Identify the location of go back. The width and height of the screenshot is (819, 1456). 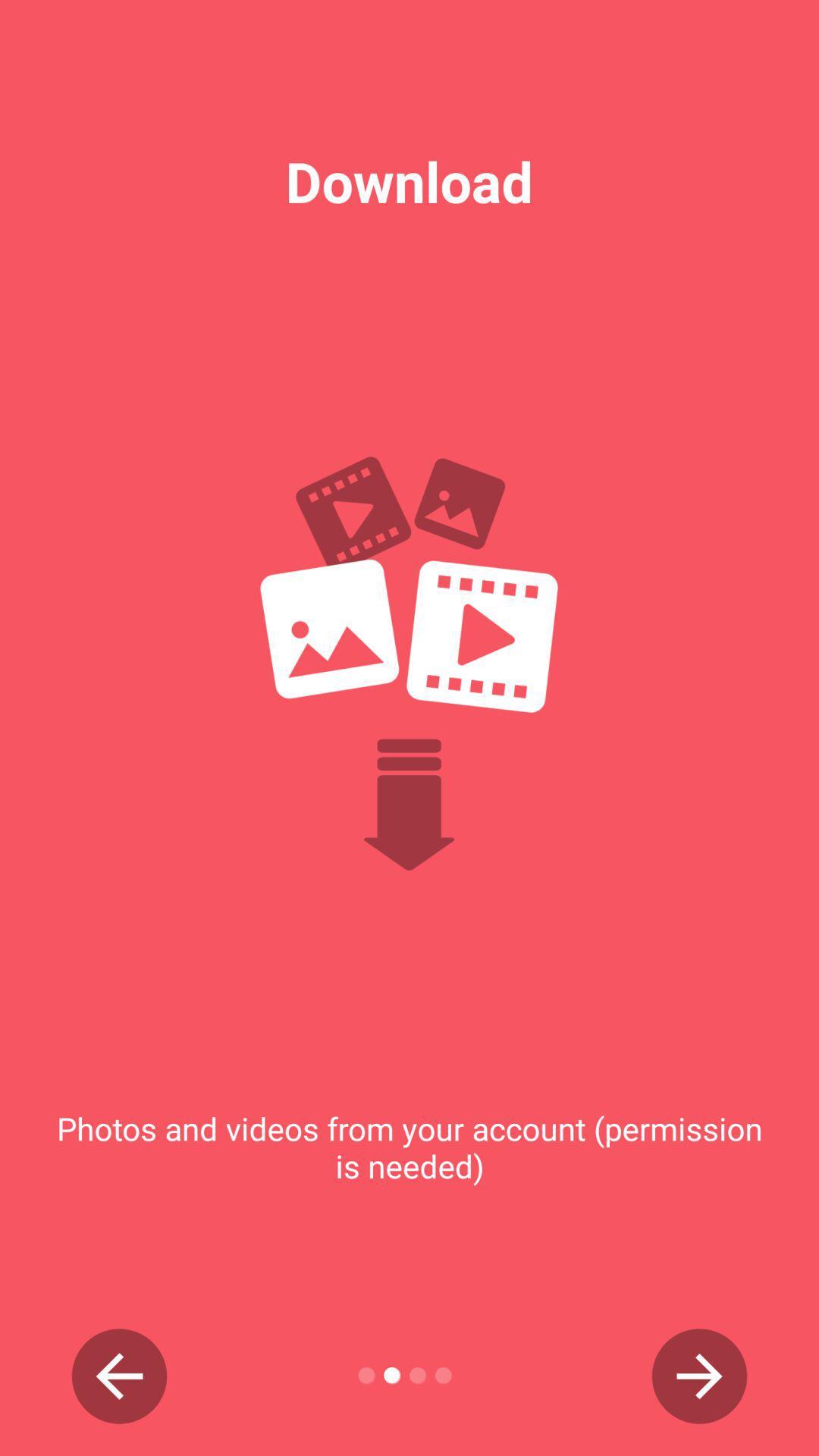
(118, 1376).